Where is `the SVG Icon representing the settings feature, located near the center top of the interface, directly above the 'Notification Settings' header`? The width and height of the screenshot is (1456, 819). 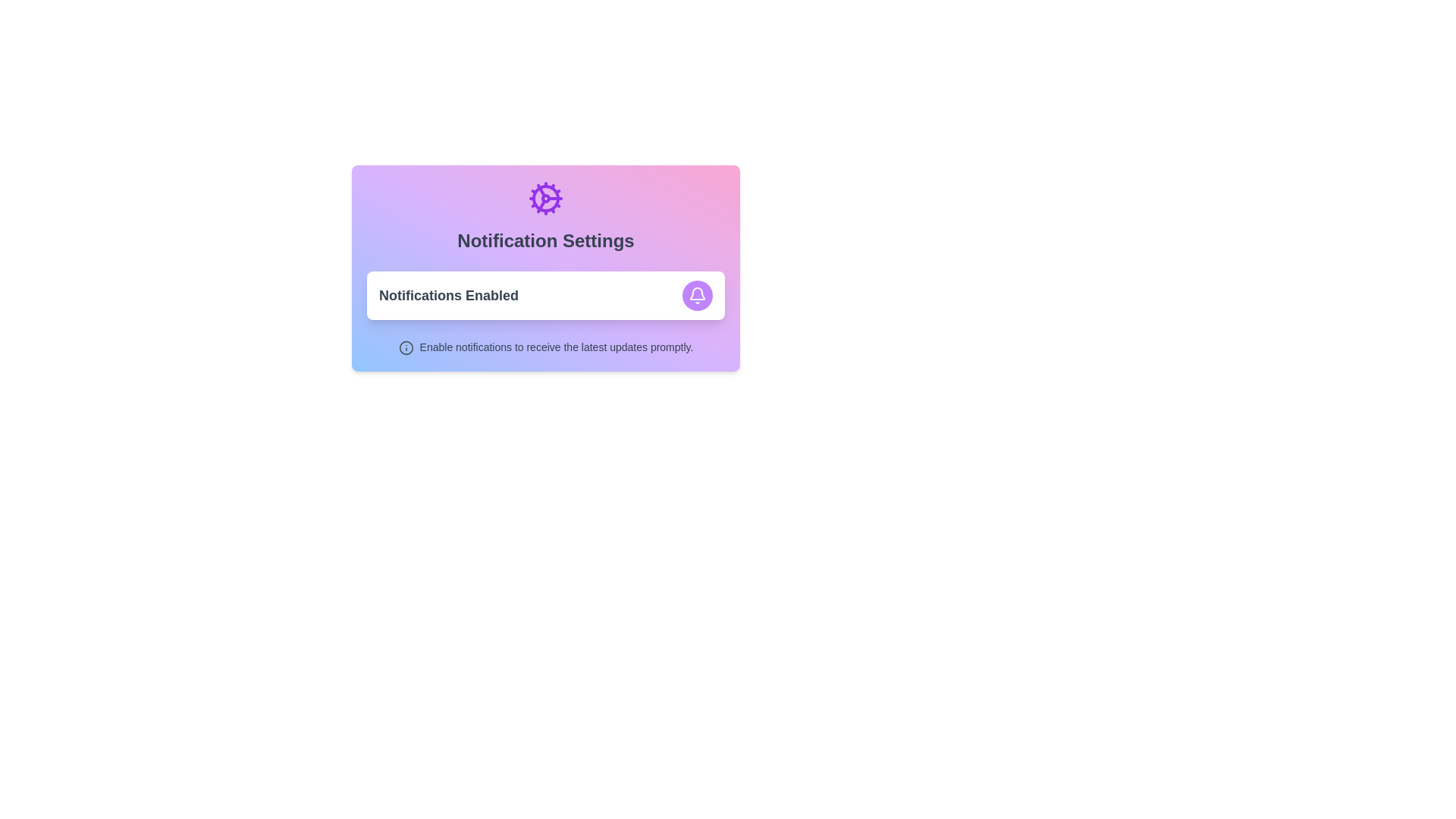 the SVG Icon representing the settings feature, located near the center top of the interface, directly above the 'Notification Settings' header is located at coordinates (546, 198).